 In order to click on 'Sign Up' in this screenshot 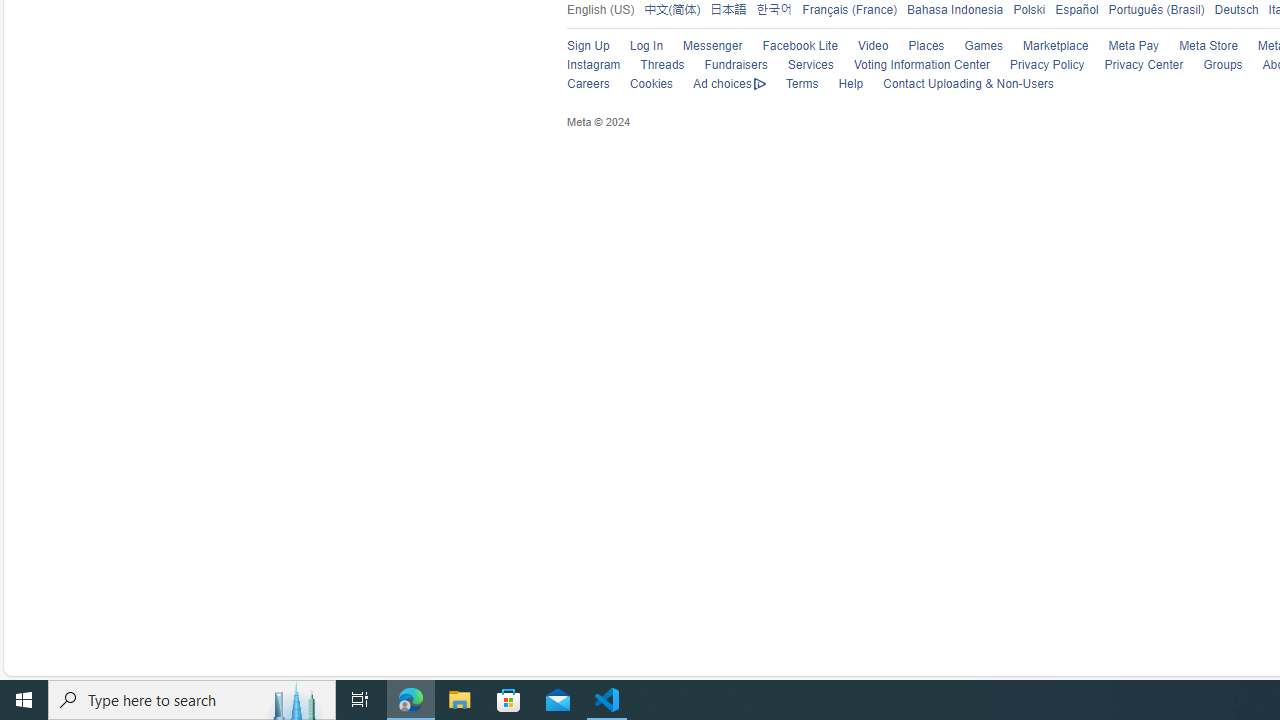, I will do `click(587, 45)`.